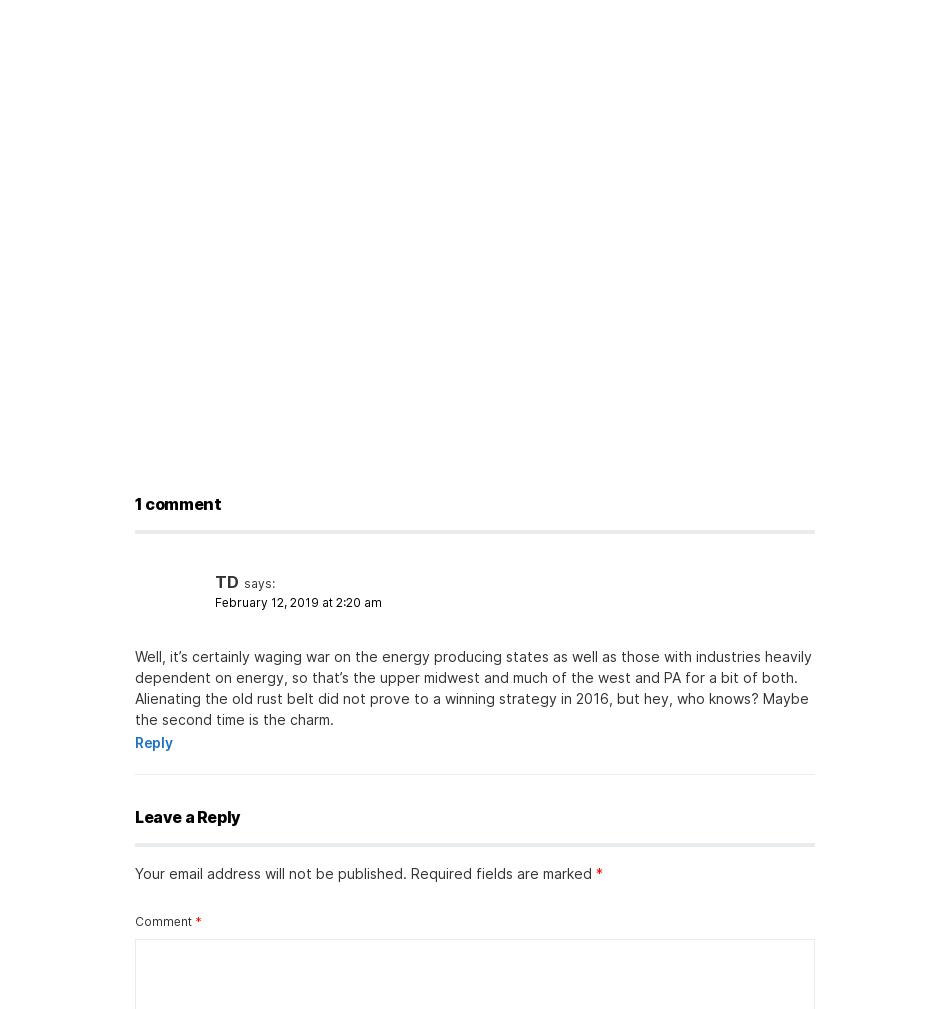 The width and height of the screenshot is (950, 1009). What do you see at coordinates (214, 602) in the screenshot?
I see `'February 12, 2019 at 2:20 am'` at bounding box center [214, 602].